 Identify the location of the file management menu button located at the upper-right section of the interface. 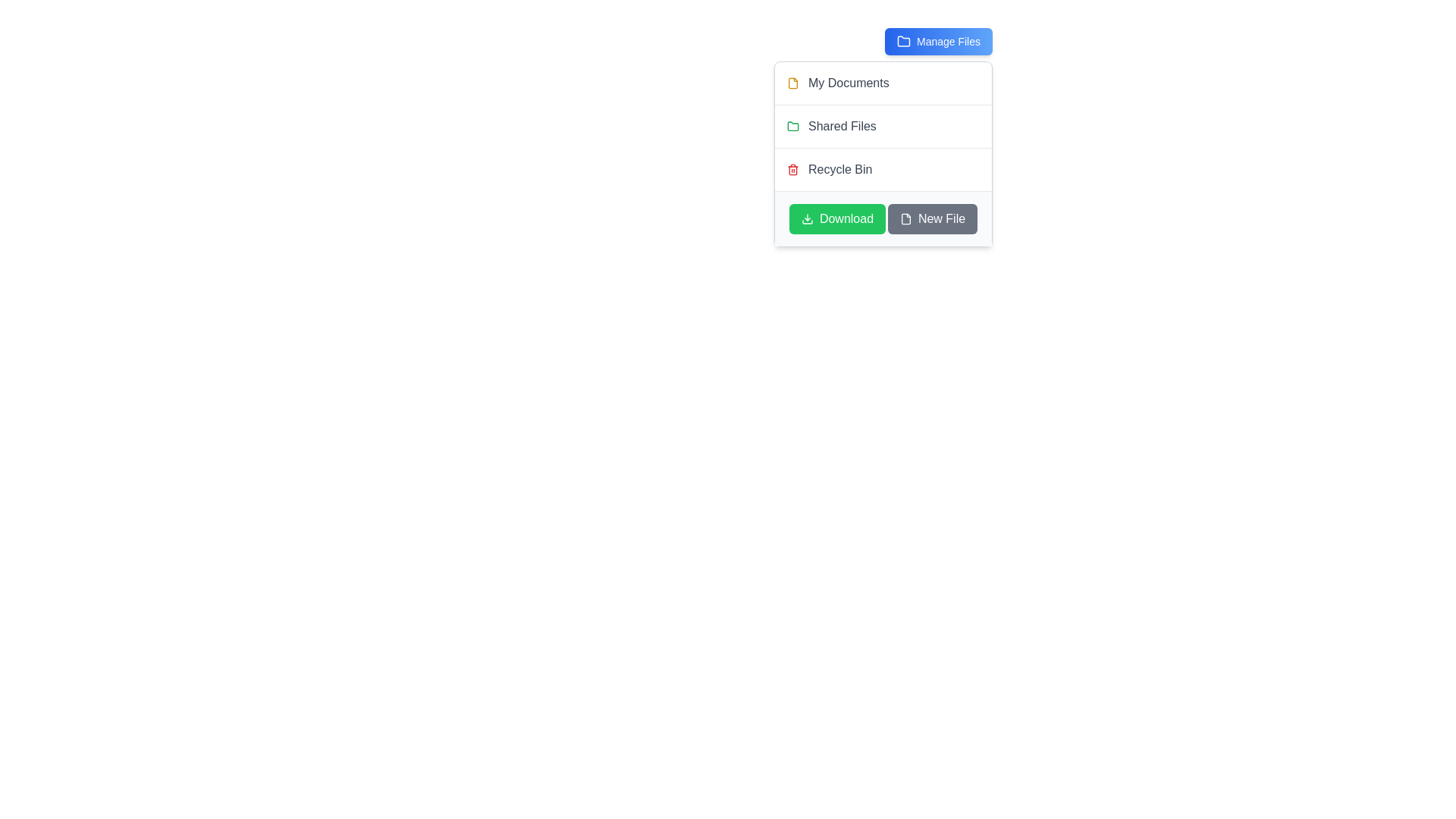
(938, 40).